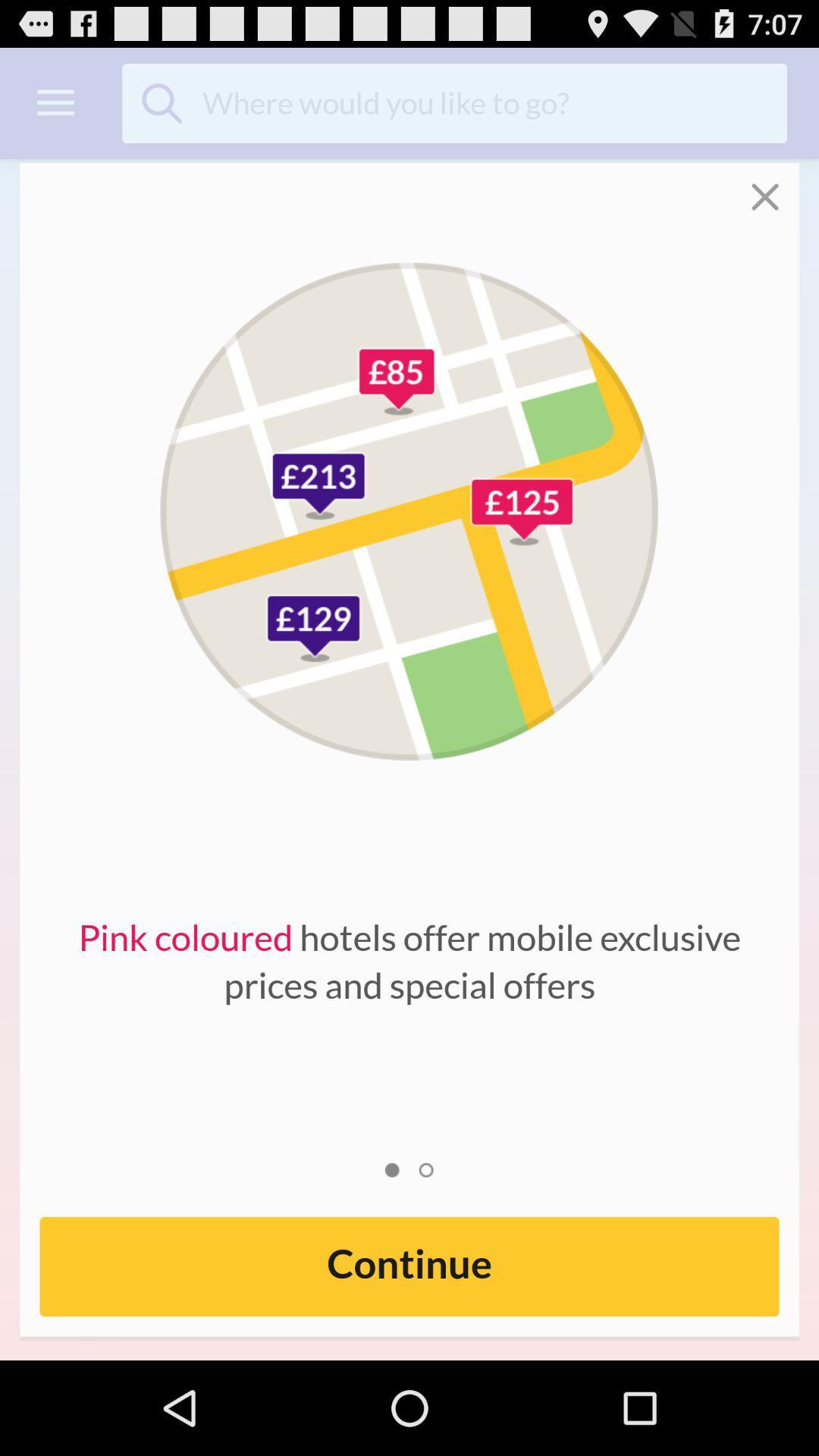 This screenshot has height=1456, width=819. Describe the element at coordinates (775, 199) in the screenshot. I see `the close icon` at that location.